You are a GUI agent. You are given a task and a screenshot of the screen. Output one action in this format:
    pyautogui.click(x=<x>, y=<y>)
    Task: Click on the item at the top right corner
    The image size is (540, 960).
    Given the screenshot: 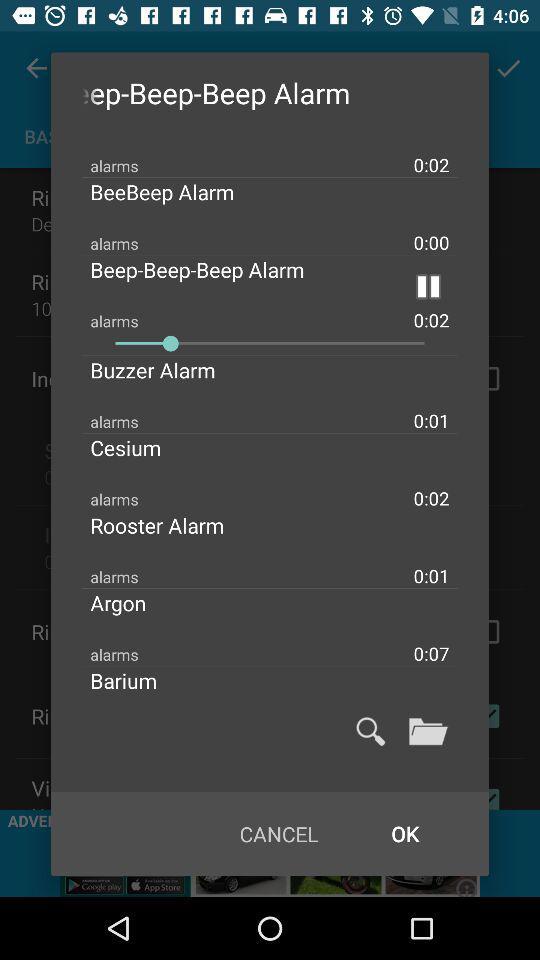 What is the action you would take?
    pyautogui.click(x=427, y=285)
    